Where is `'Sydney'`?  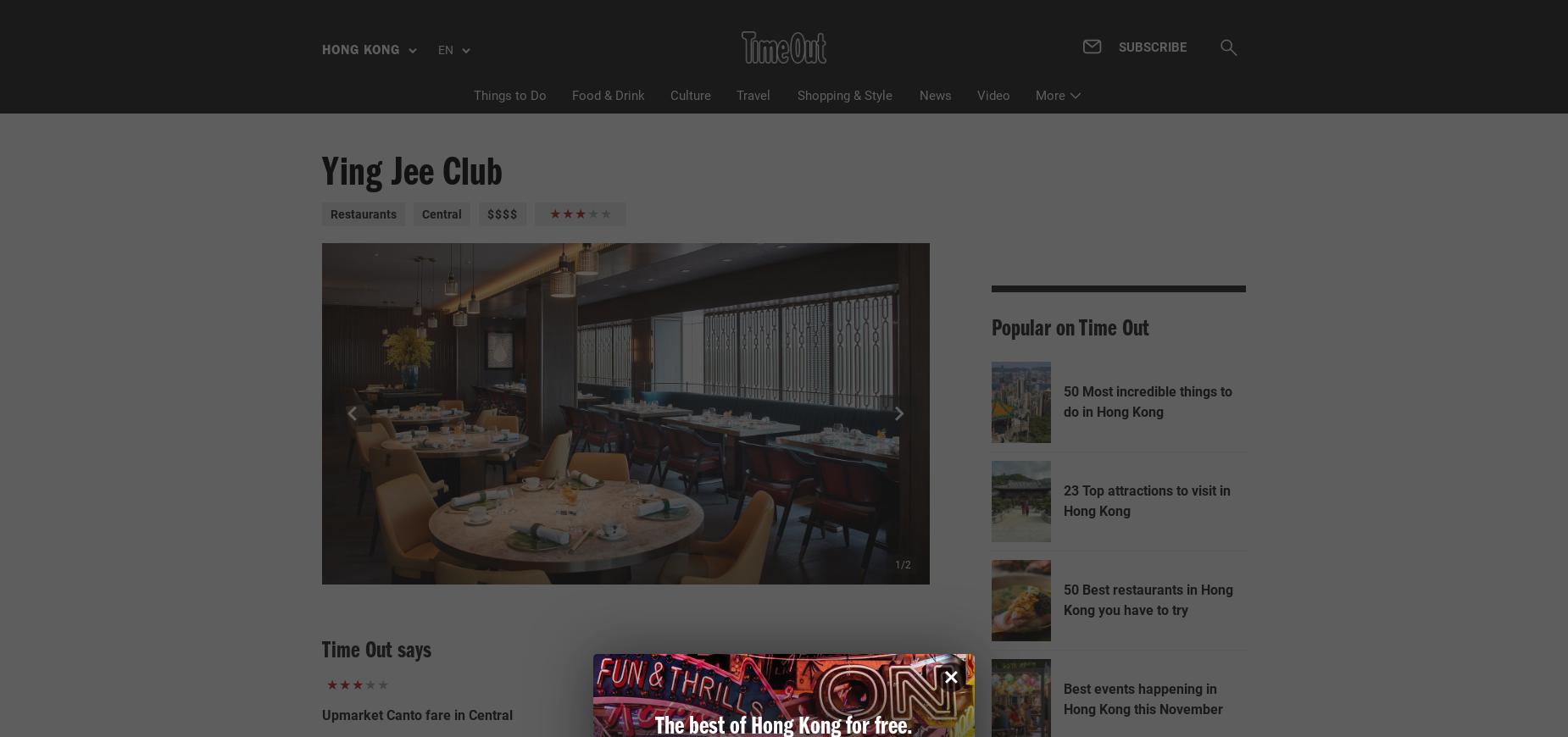
'Sydney' is located at coordinates (369, 313).